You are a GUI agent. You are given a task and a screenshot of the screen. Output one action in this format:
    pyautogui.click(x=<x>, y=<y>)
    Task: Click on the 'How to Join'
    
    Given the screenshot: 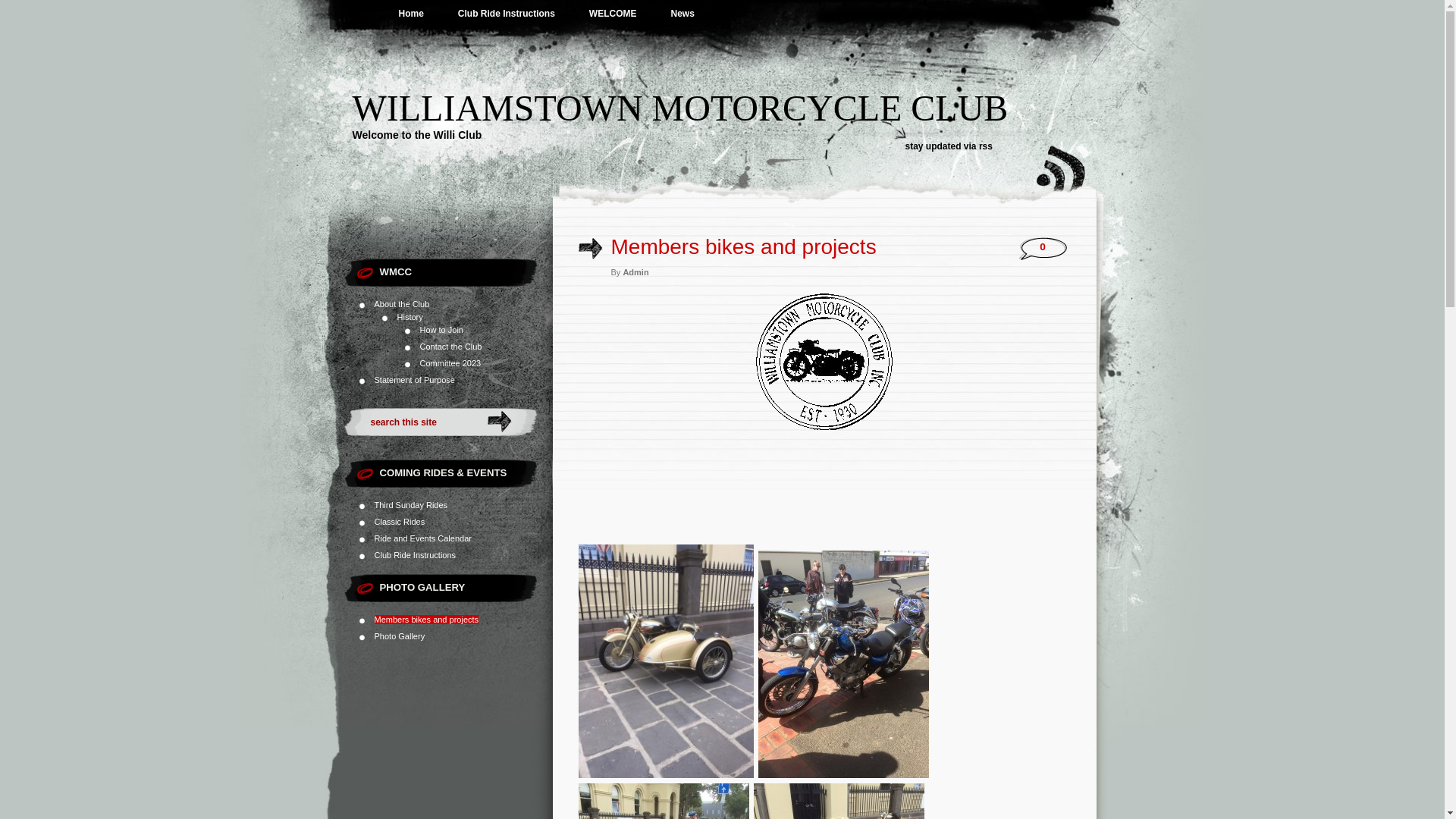 What is the action you would take?
    pyautogui.click(x=441, y=329)
    